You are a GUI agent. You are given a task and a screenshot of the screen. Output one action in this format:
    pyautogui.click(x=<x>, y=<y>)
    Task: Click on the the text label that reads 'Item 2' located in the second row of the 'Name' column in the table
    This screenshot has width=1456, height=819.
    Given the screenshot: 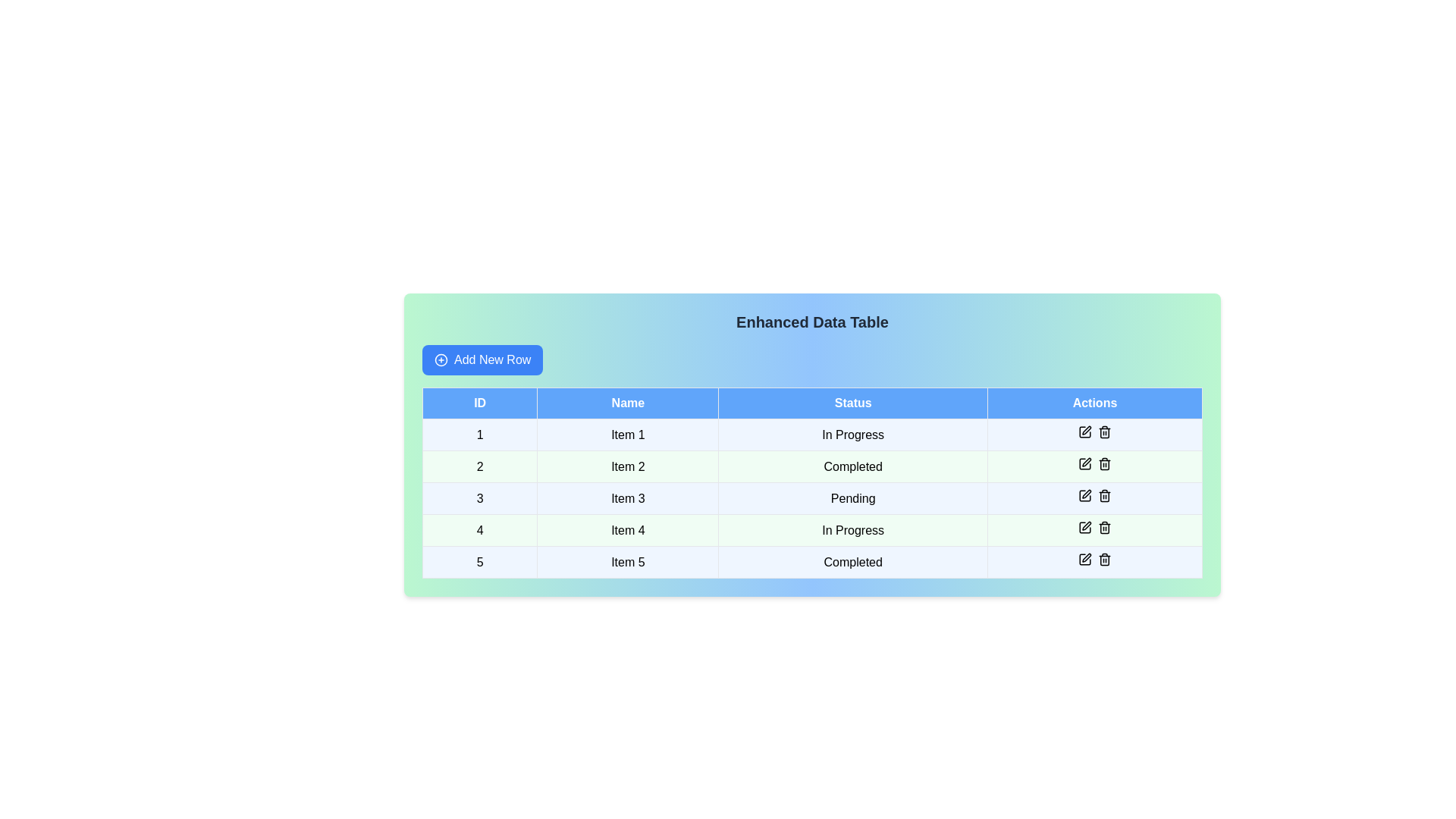 What is the action you would take?
    pyautogui.click(x=628, y=466)
    